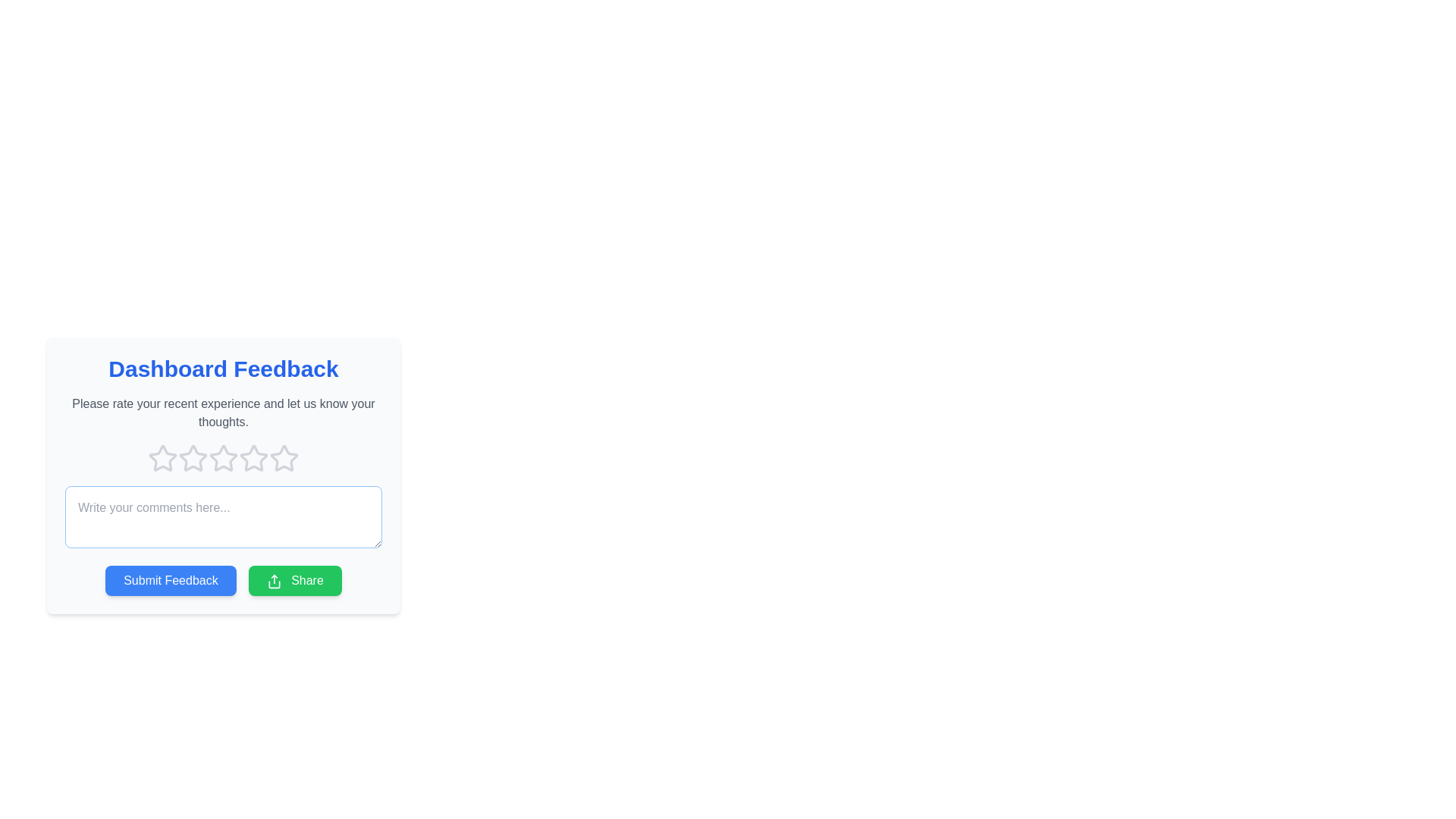 Image resolution: width=1456 pixels, height=819 pixels. I want to click on the third rating star from the left in the horizontal arrangement of five stars under the 'Dashboard Feedback' header, so click(192, 458).